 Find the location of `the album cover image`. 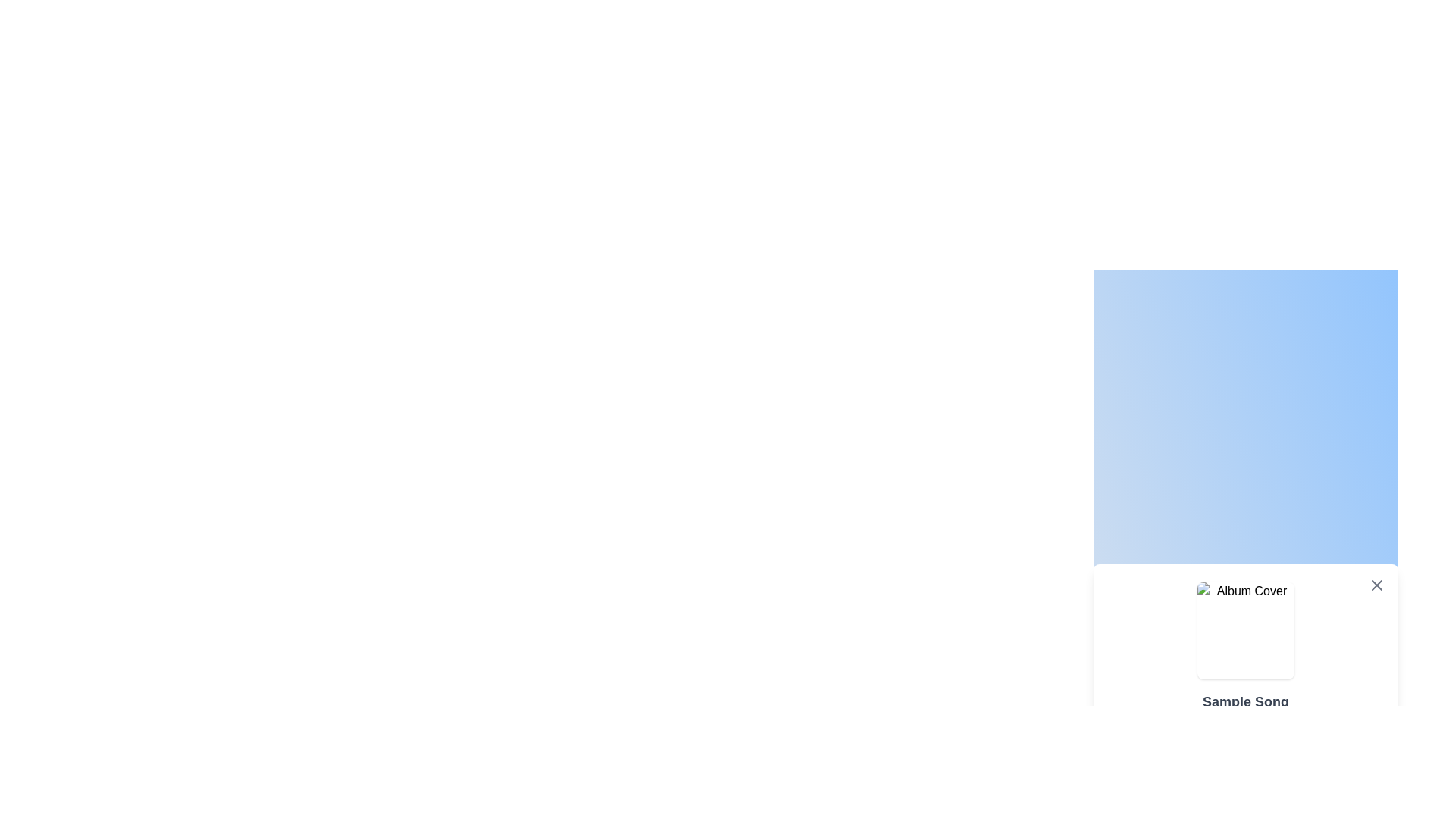

the album cover image is located at coordinates (1245, 631).